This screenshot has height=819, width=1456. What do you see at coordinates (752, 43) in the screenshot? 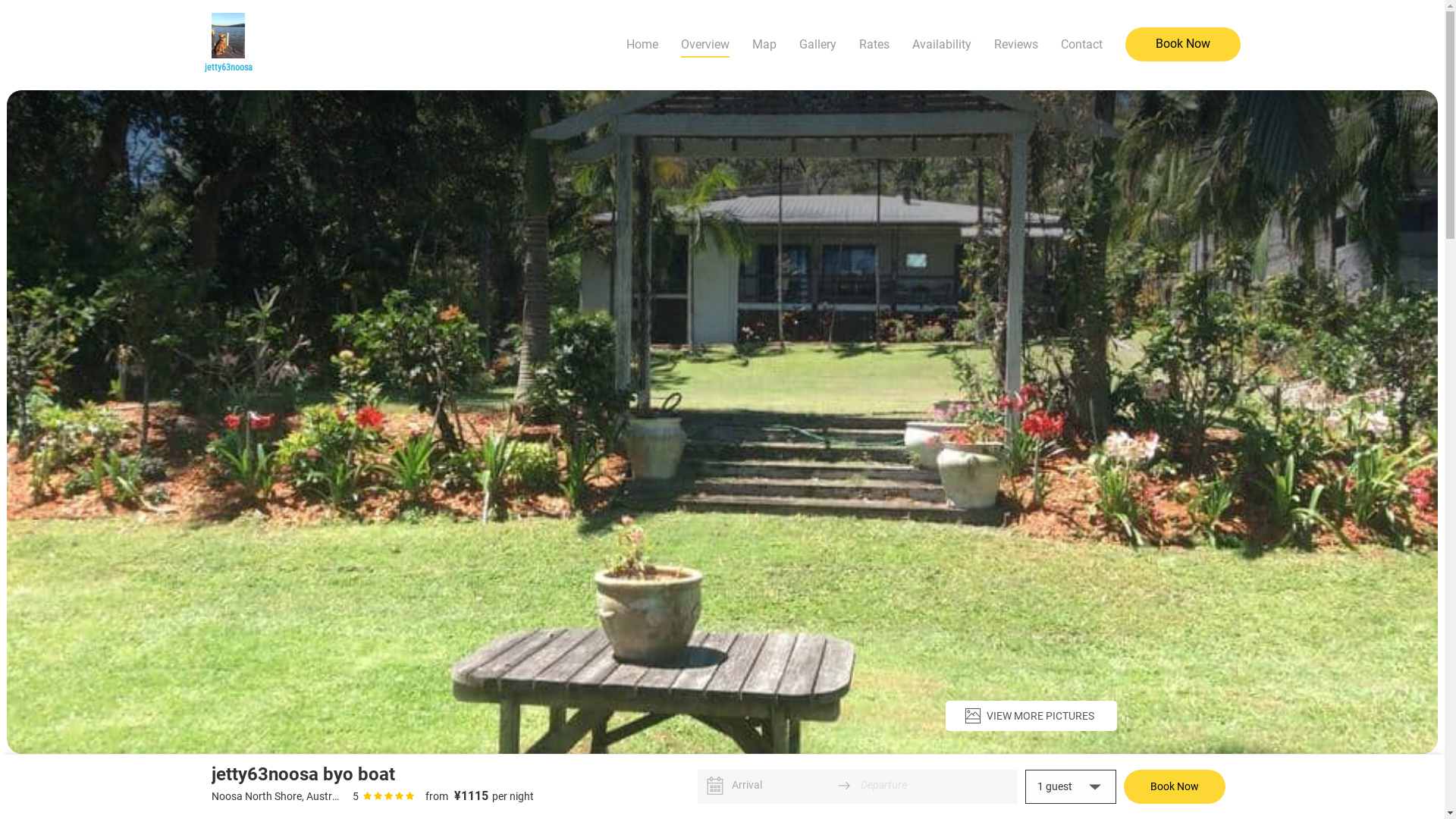
I see `'Map'` at bounding box center [752, 43].